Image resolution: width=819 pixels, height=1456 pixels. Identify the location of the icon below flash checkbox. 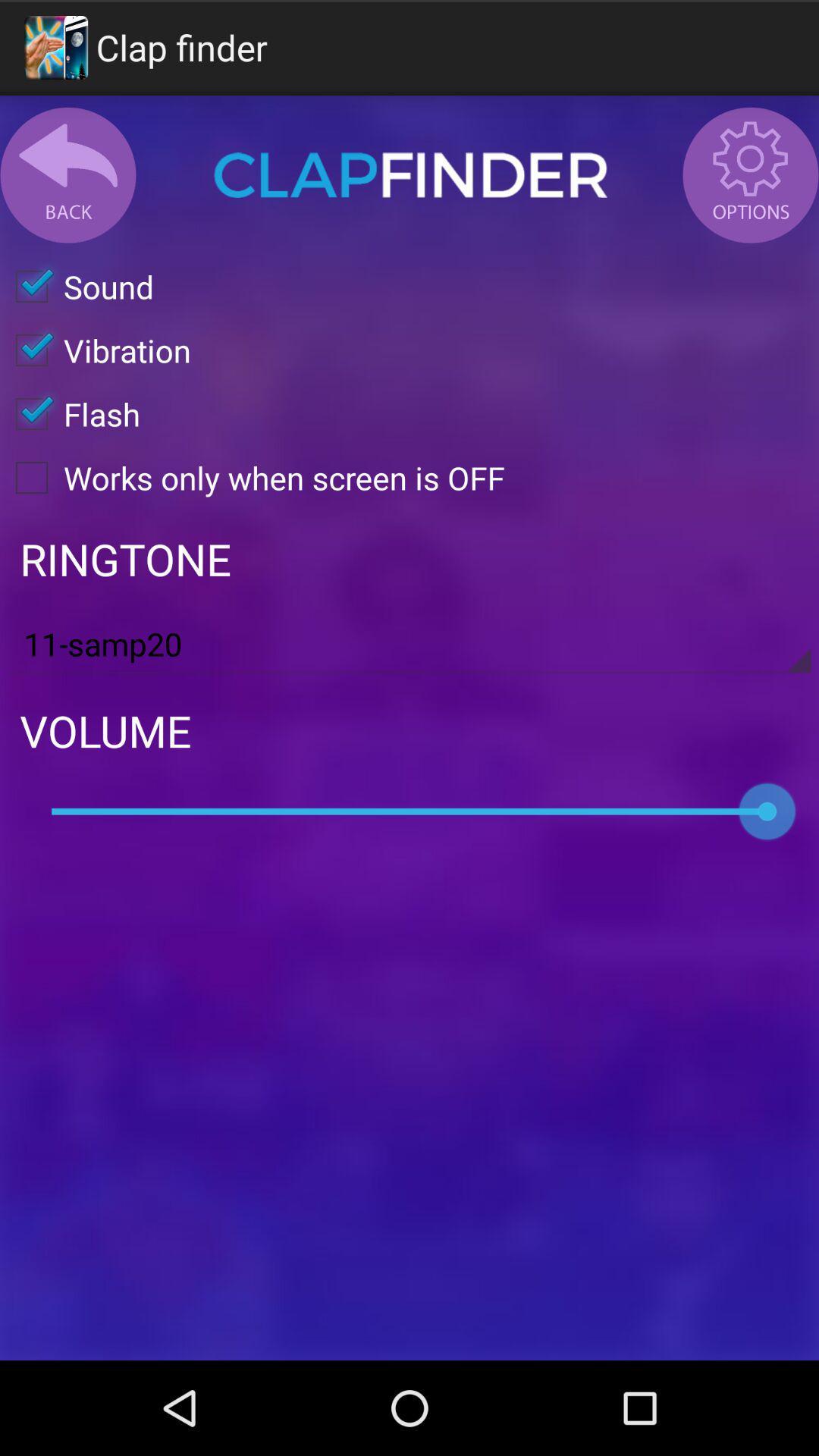
(251, 476).